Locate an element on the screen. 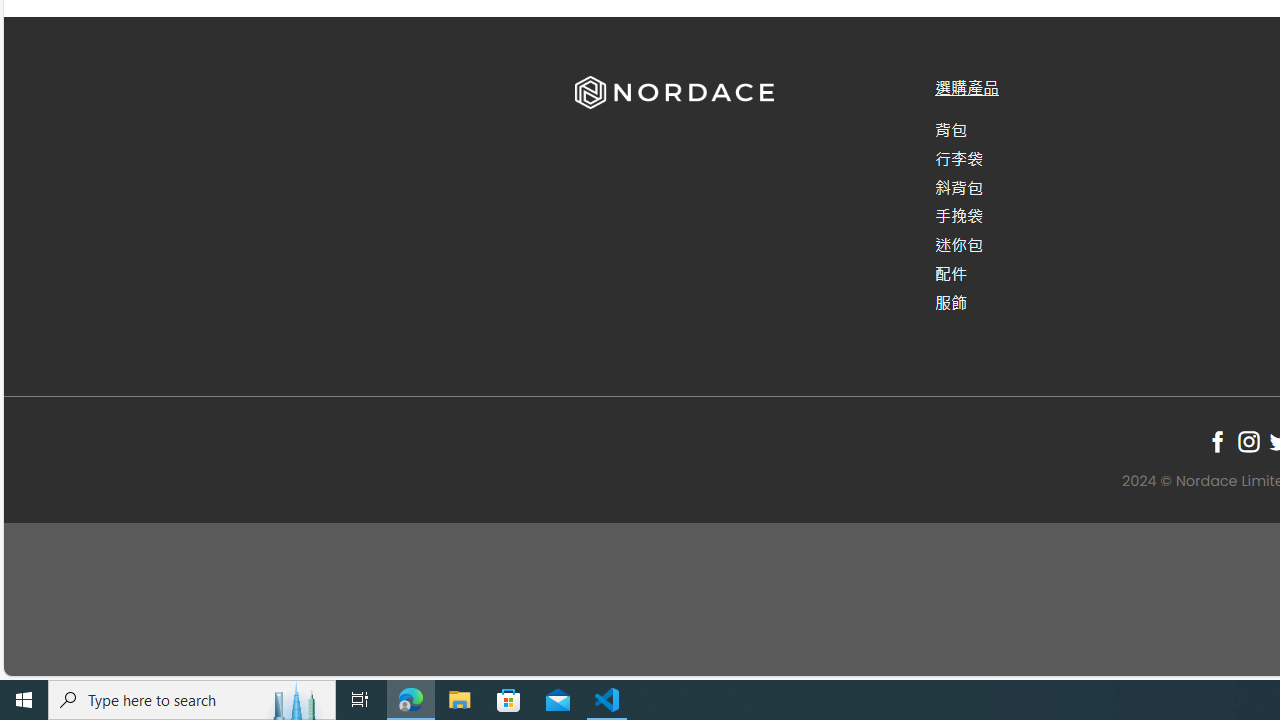  'Follow on Instagram' is located at coordinates (1247, 440).